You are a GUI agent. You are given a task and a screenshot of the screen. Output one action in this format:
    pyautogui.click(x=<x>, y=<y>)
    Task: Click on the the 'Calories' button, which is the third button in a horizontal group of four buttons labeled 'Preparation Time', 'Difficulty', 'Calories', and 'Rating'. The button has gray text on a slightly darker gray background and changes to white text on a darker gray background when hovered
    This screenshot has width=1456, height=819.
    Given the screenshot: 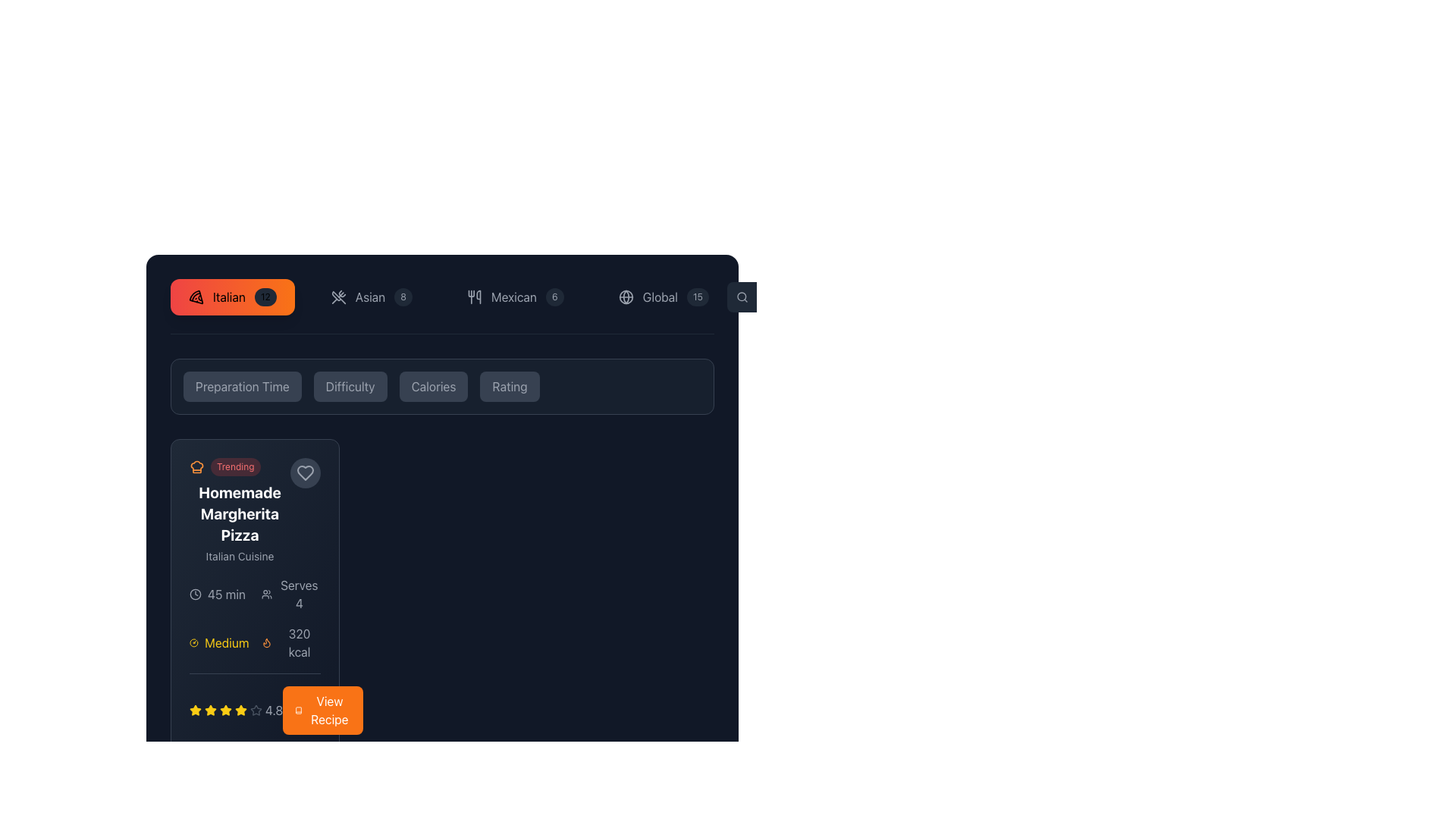 What is the action you would take?
    pyautogui.click(x=441, y=385)
    